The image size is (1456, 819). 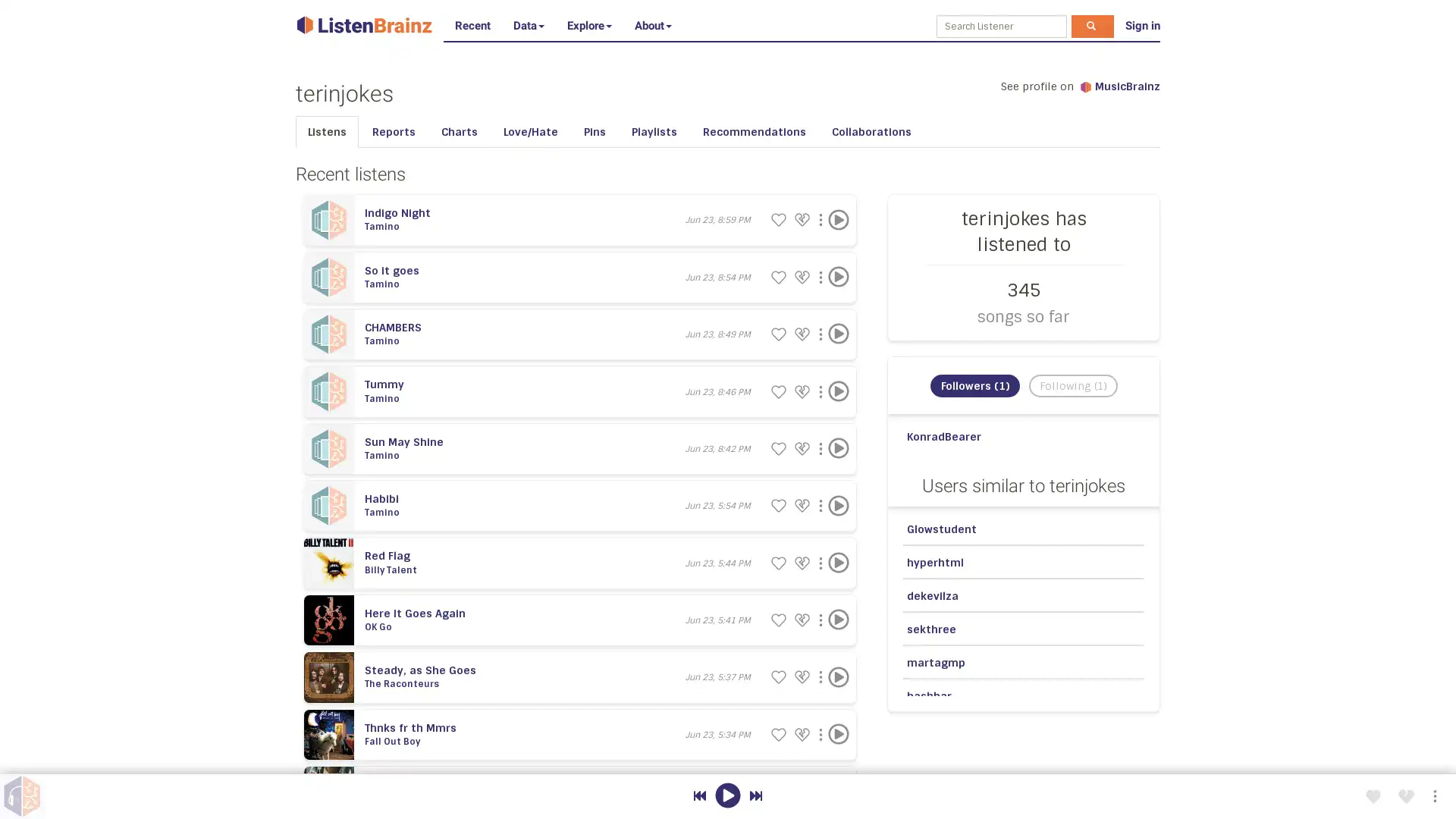 What do you see at coordinates (837, 277) in the screenshot?
I see `Play` at bounding box center [837, 277].